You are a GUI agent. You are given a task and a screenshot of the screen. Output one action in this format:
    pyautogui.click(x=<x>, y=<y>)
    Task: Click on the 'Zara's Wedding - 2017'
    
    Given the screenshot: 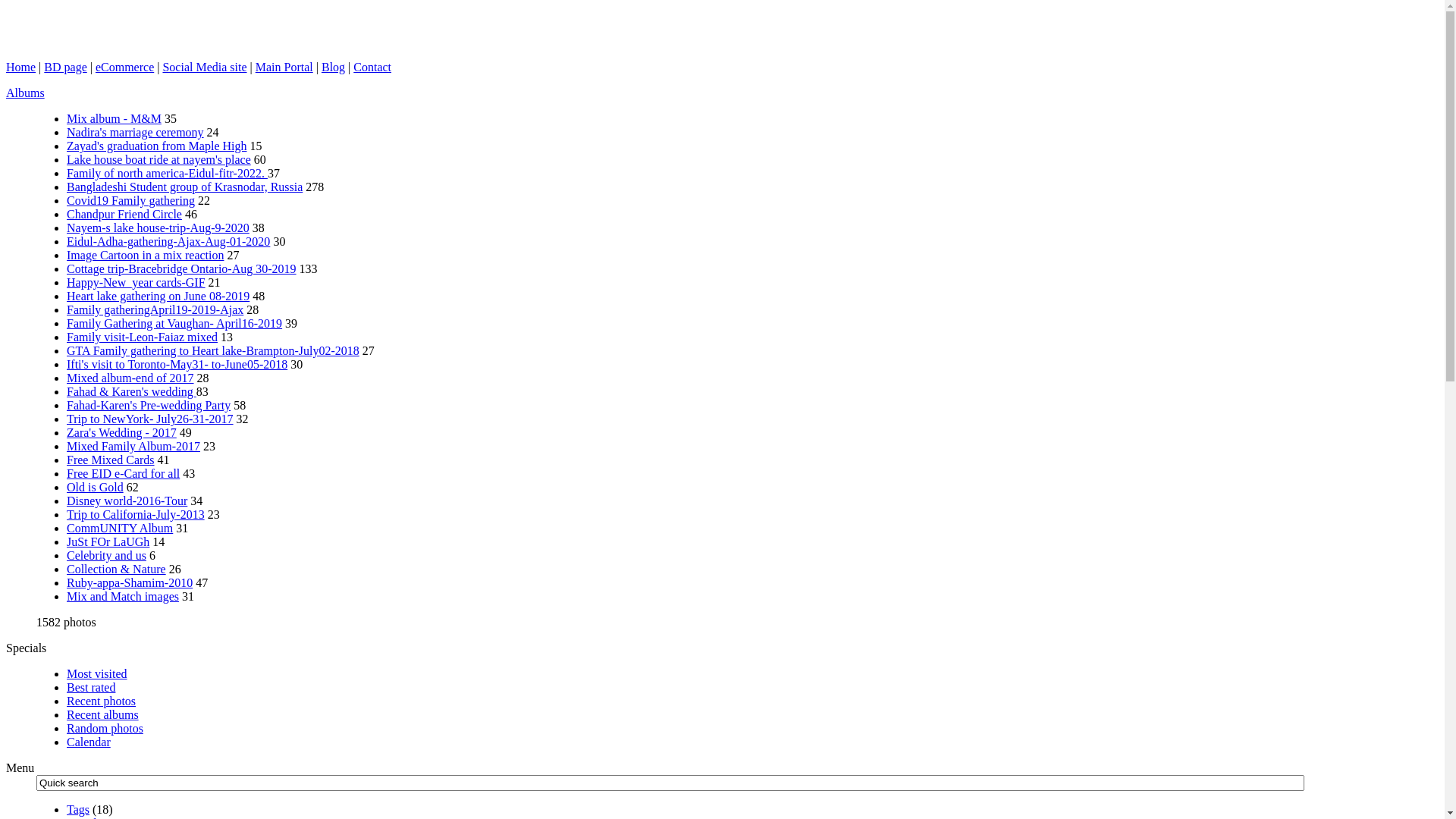 What is the action you would take?
    pyautogui.click(x=121, y=432)
    